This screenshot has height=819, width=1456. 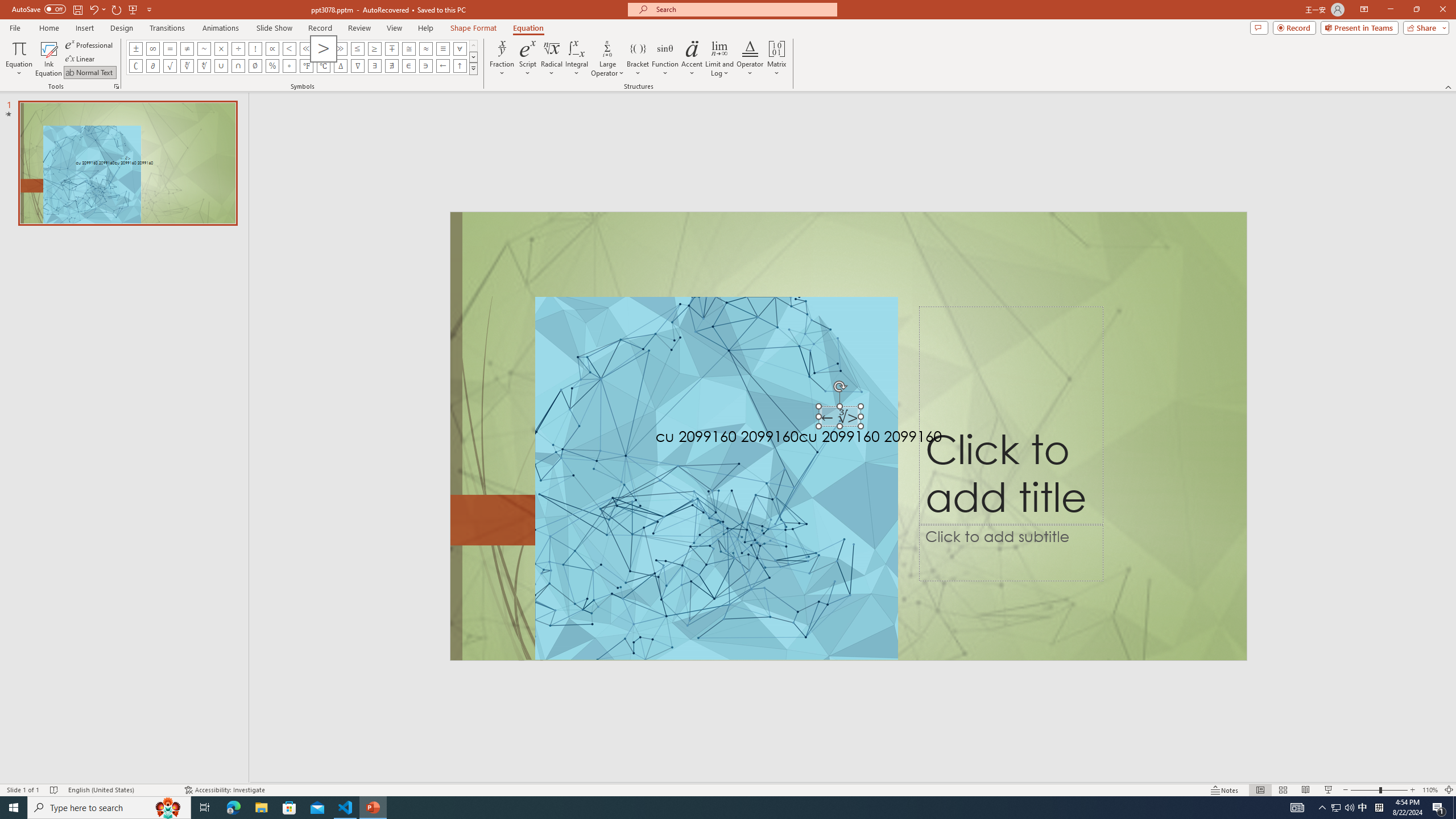 I want to click on 'Equation Symbol Contains as Member', so click(x=425, y=65).